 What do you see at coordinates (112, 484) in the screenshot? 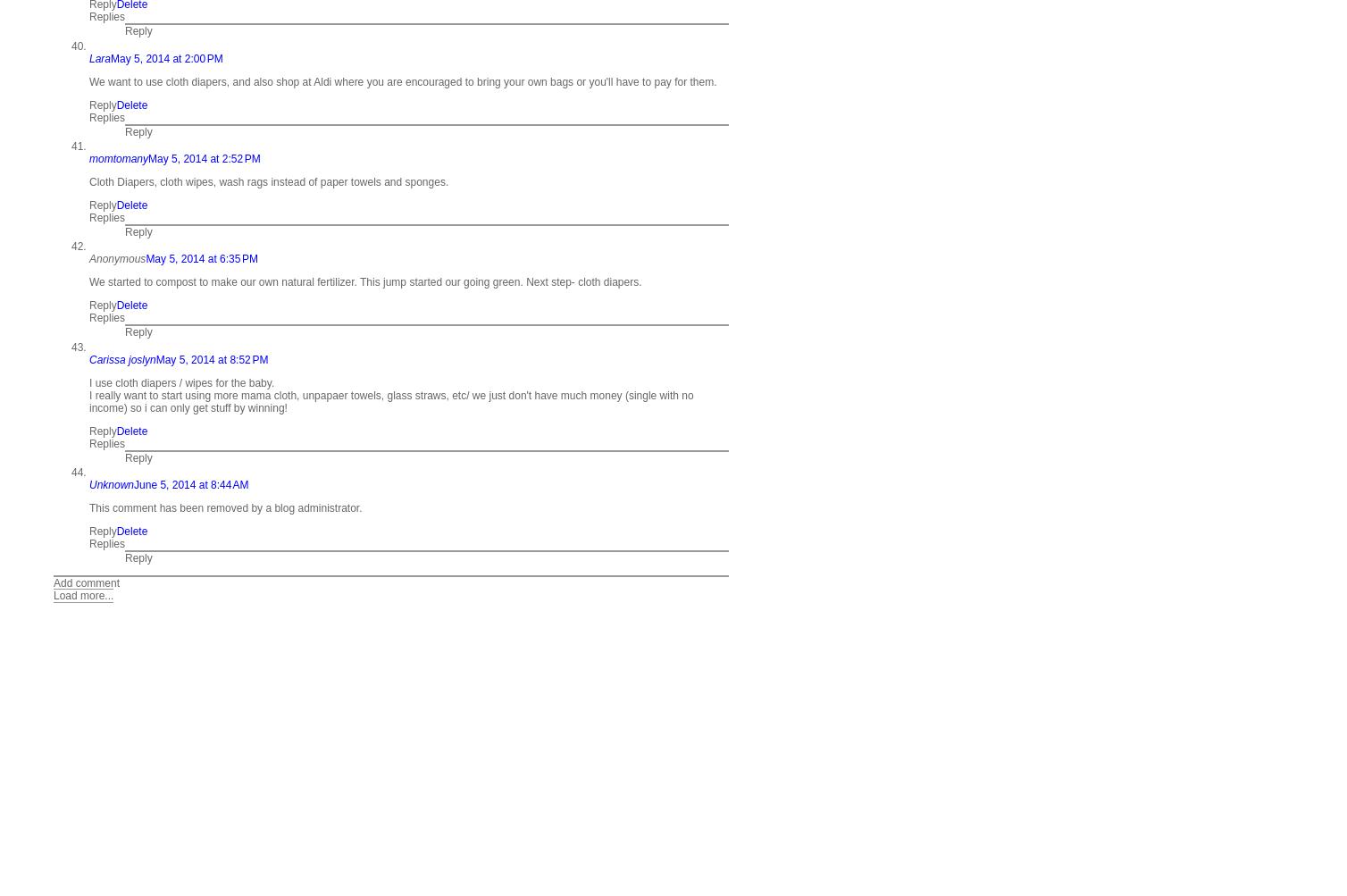
I see `'Unknown'` at bounding box center [112, 484].